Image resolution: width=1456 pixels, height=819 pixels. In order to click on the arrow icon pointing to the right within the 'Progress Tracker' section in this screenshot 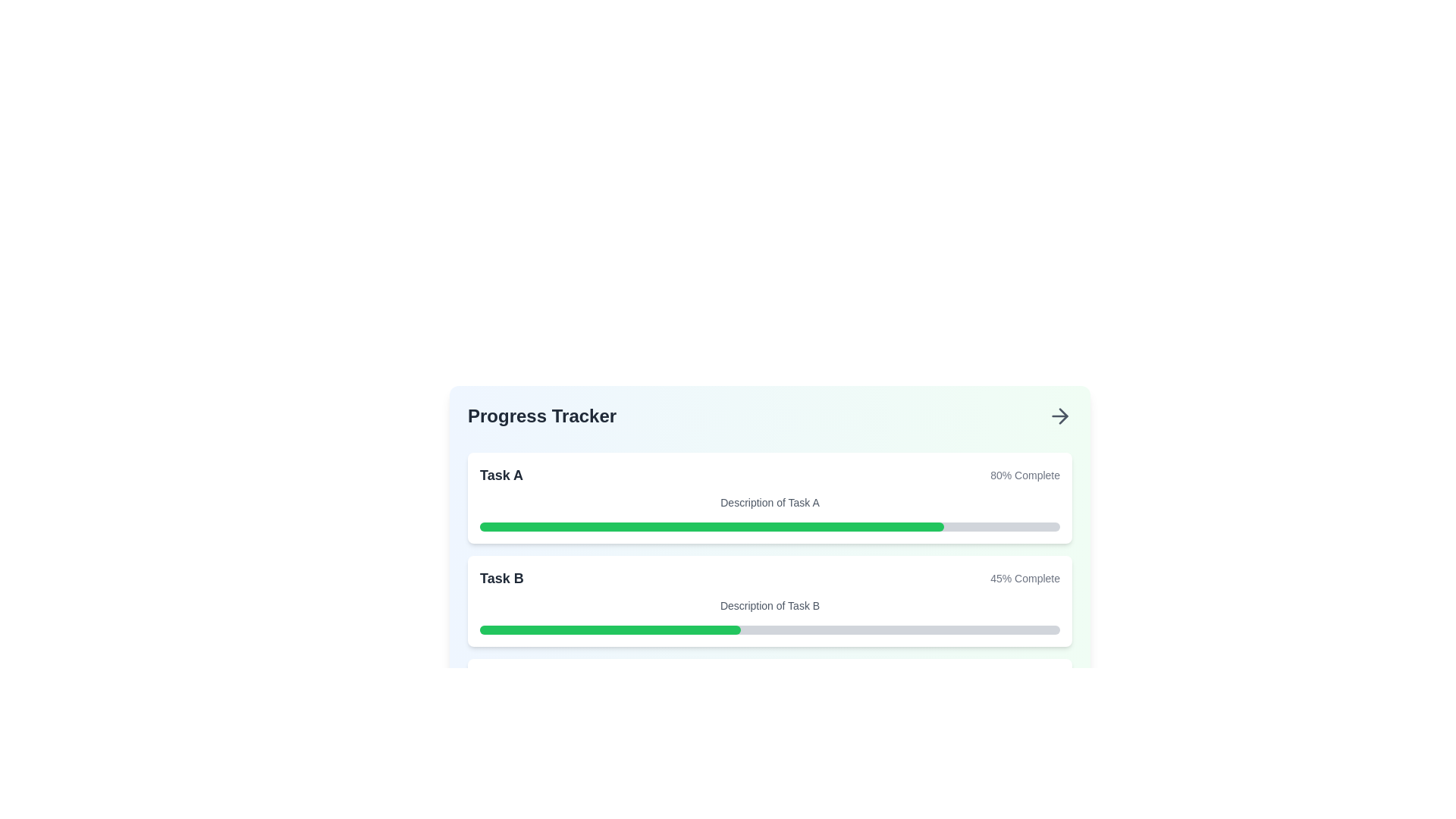, I will do `click(1059, 416)`.